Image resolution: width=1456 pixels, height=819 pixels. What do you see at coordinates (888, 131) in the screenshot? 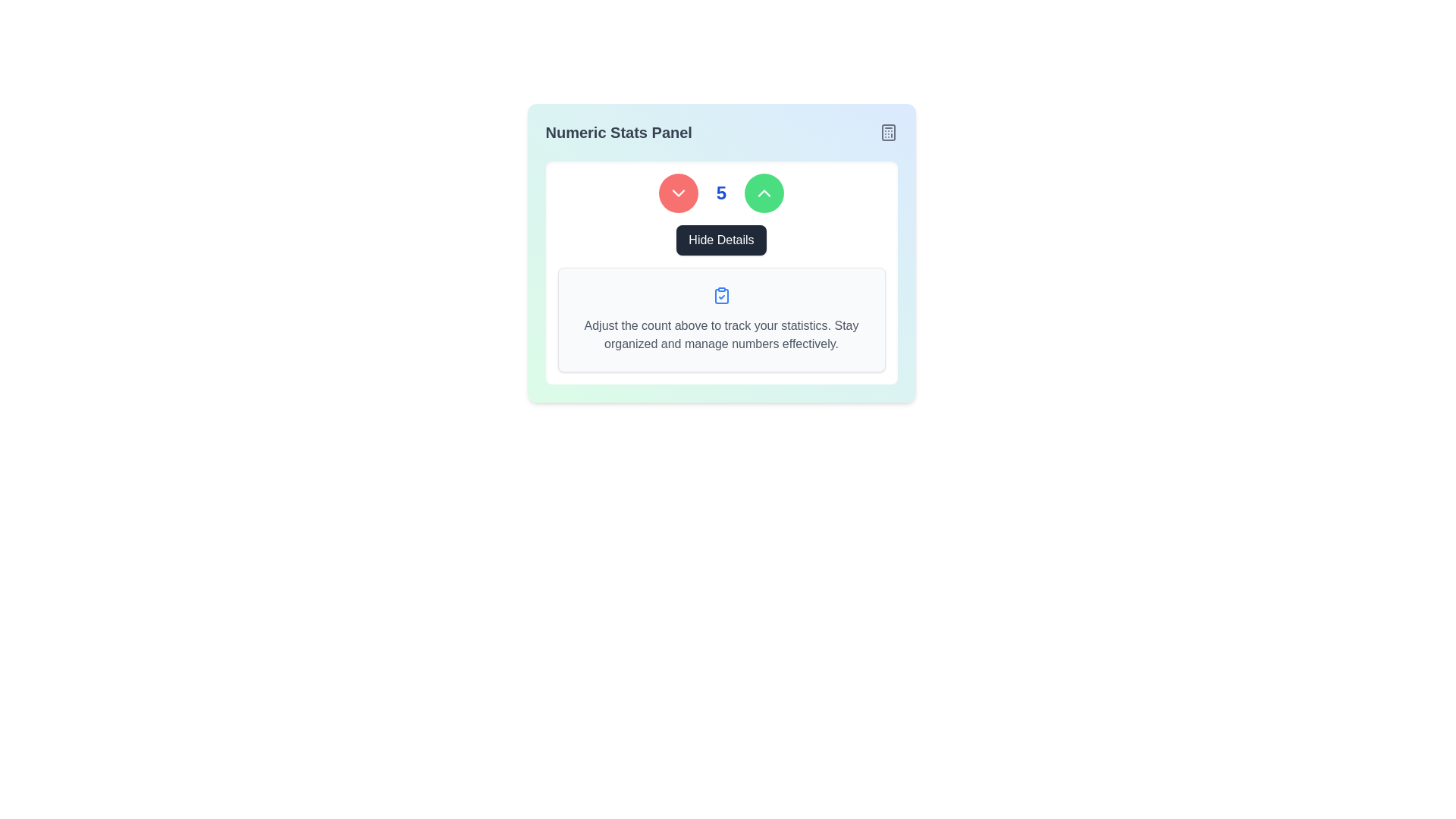
I see `the largest rectangular component of the calculator icon within the SVG, which contributes to its visual identity` at bounding box center [888, 131].